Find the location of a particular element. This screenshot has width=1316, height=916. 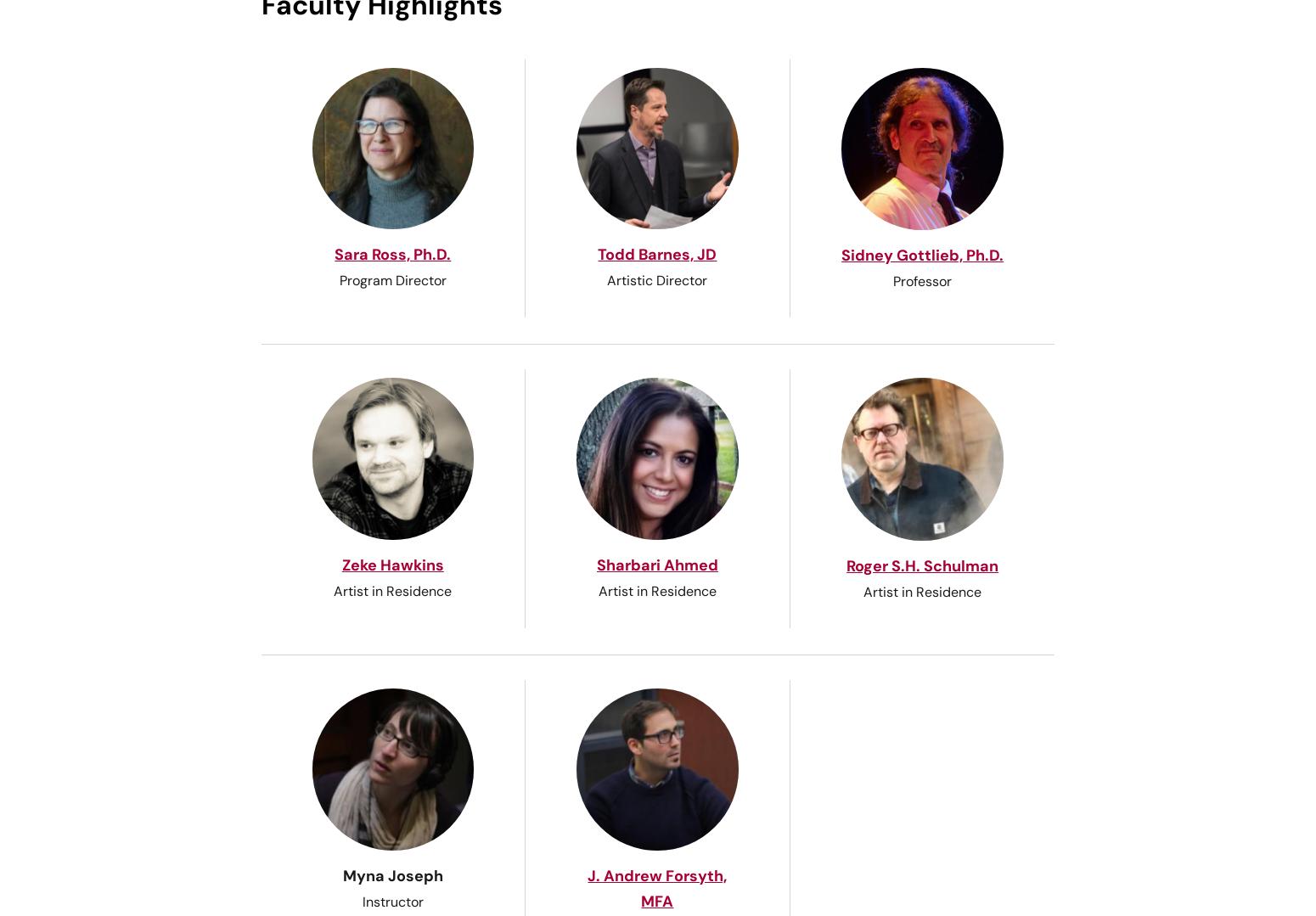

'Todd Barnes, JD' is located at coordinates (657, 253).